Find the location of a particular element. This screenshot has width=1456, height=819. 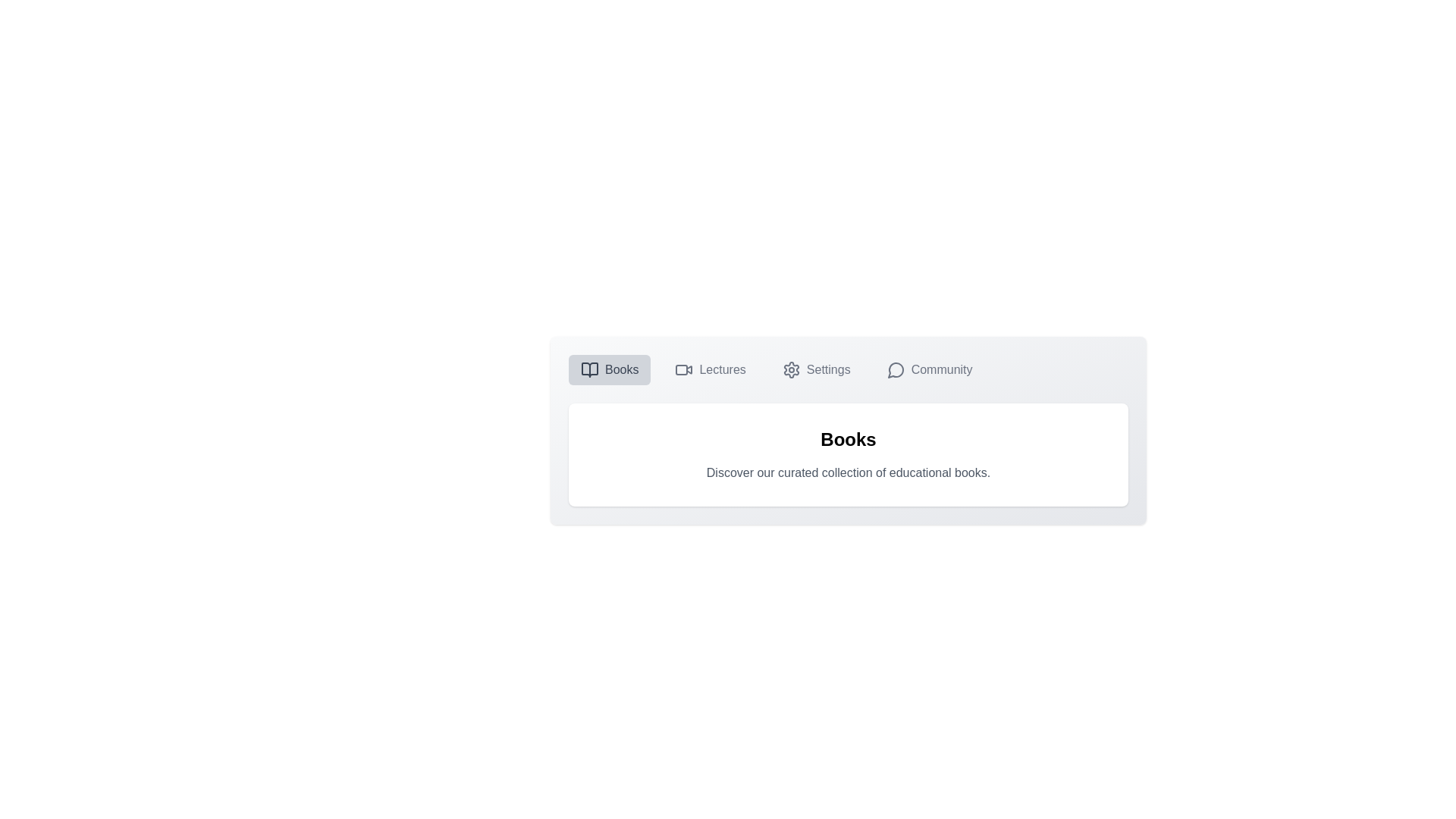

the Books tab to view its content is located at coordinates (610, 370).